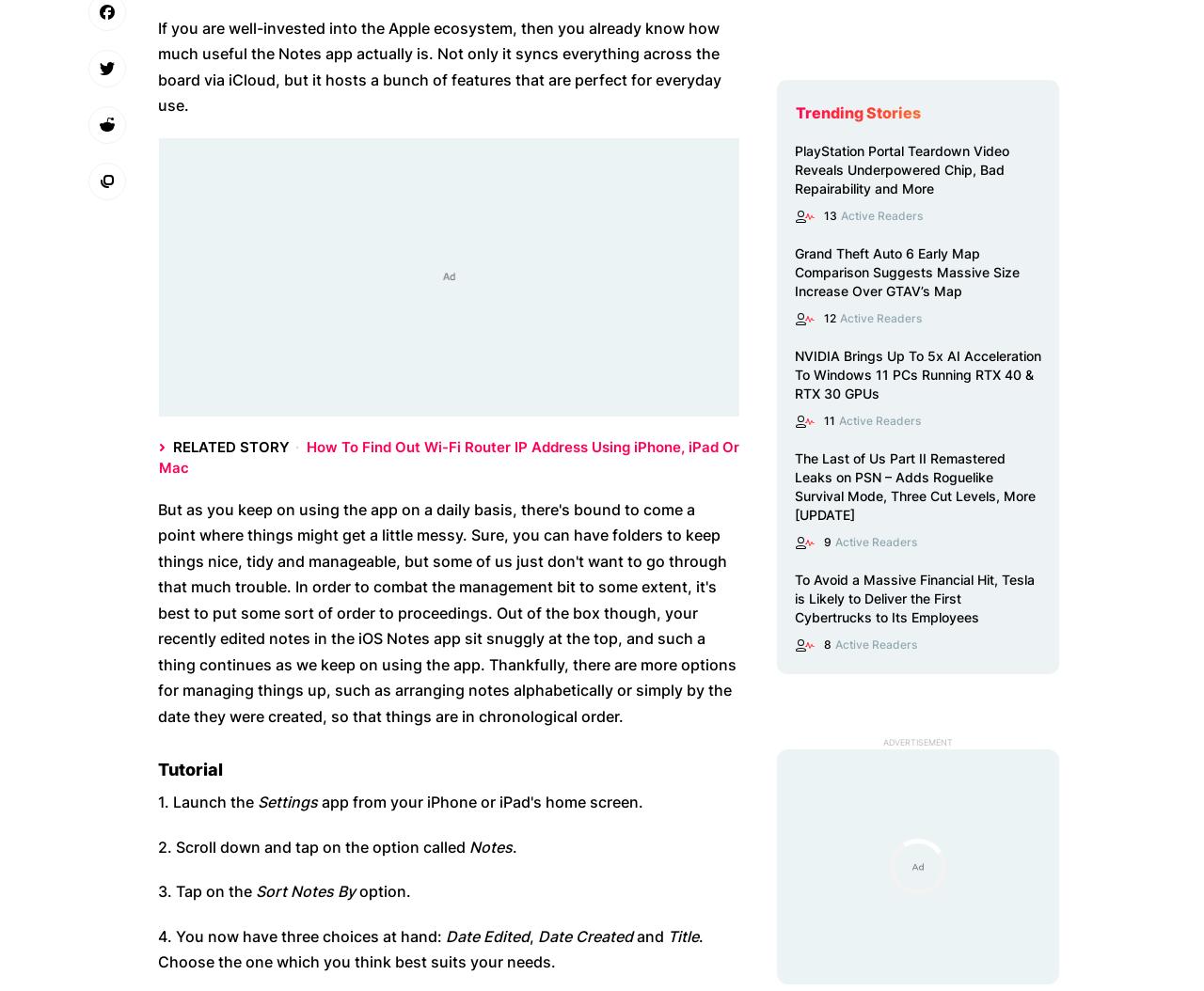  What do you see at coordinates (382, 889) in the screenshot?
I see `'option.'` at bounding box center [382, 889].